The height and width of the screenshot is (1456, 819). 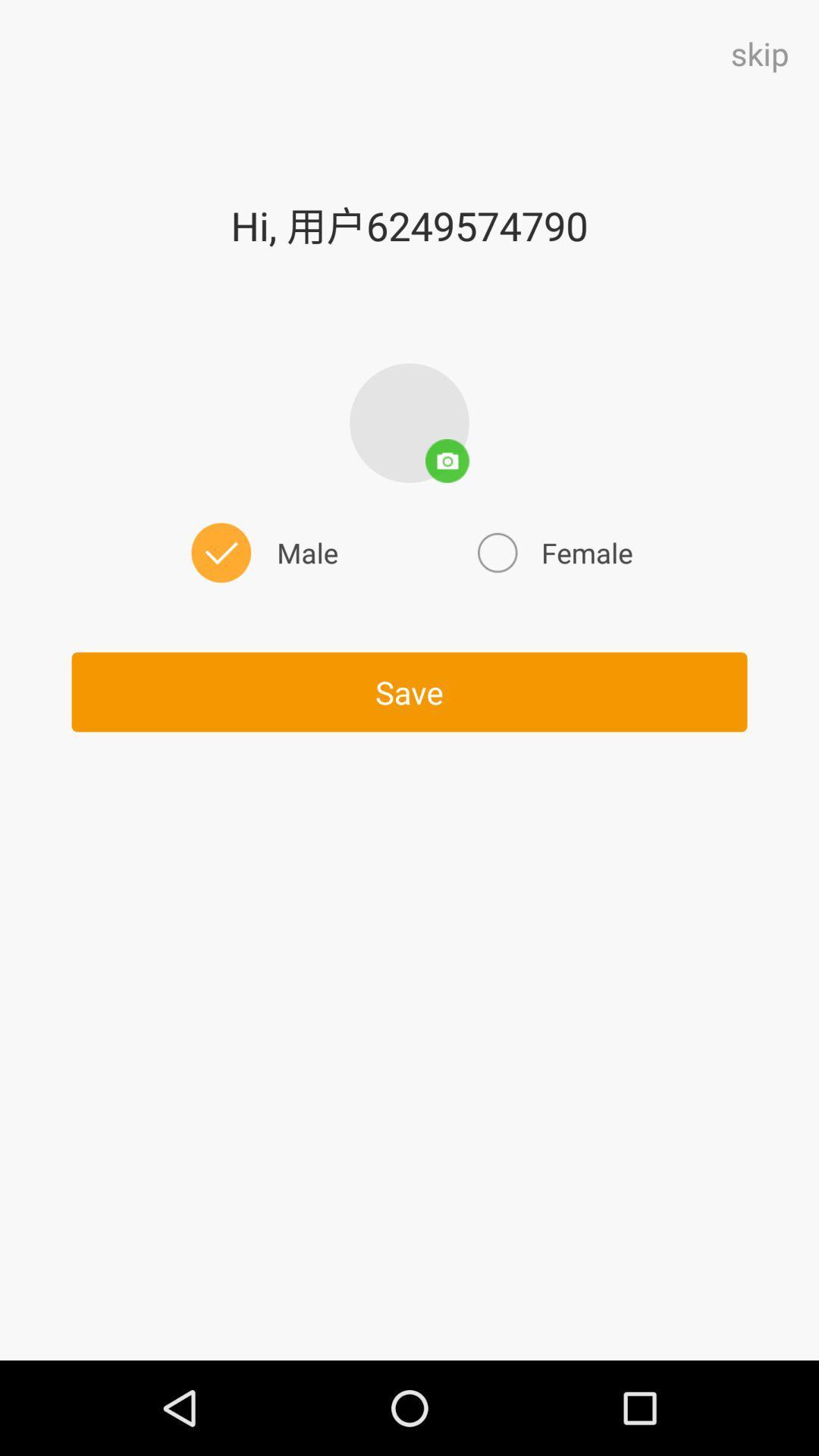 I want to click on male, so click(x=261, y=552).